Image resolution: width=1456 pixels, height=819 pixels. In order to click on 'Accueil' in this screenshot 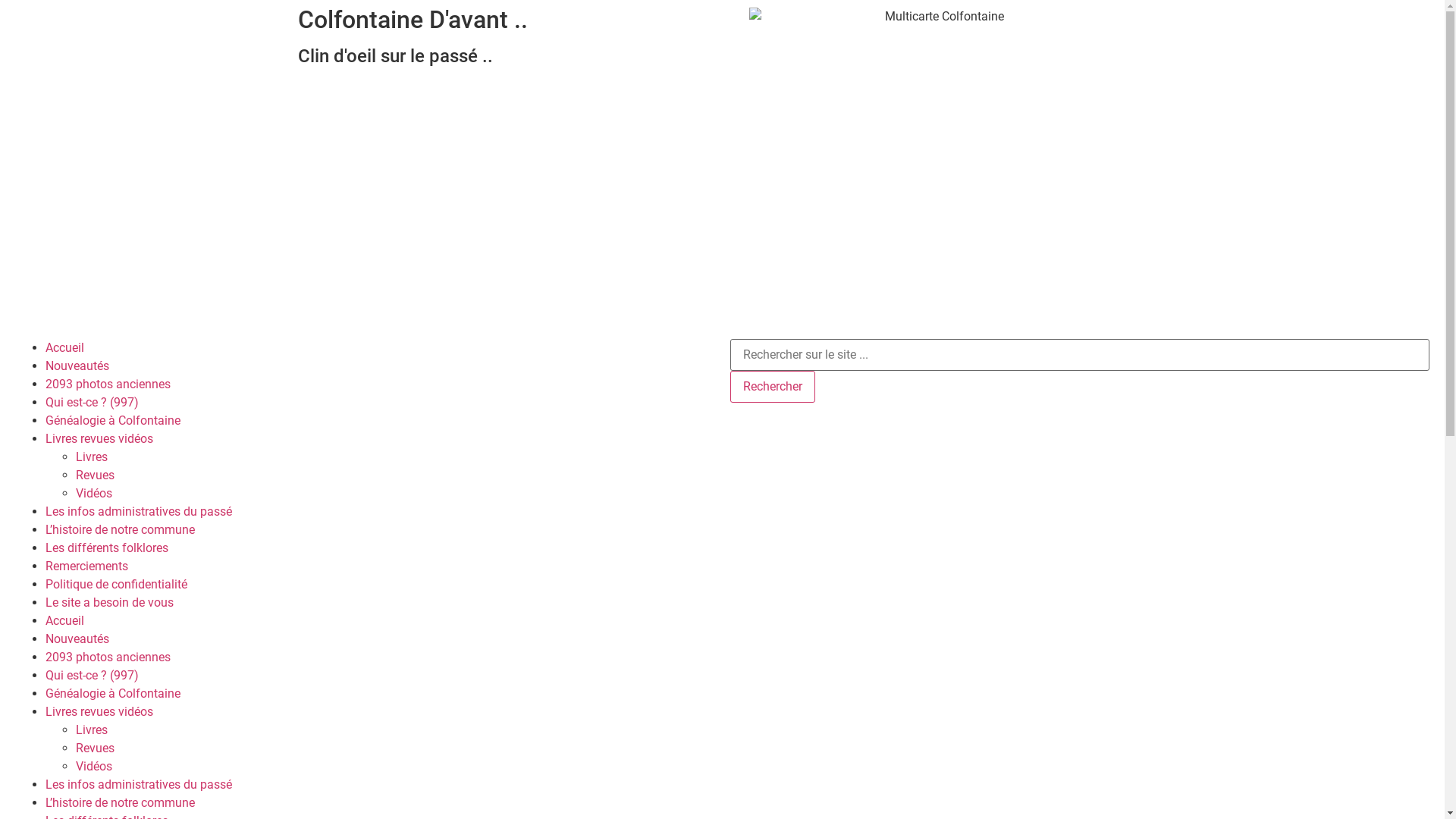, I will do `click(64, 620)`.